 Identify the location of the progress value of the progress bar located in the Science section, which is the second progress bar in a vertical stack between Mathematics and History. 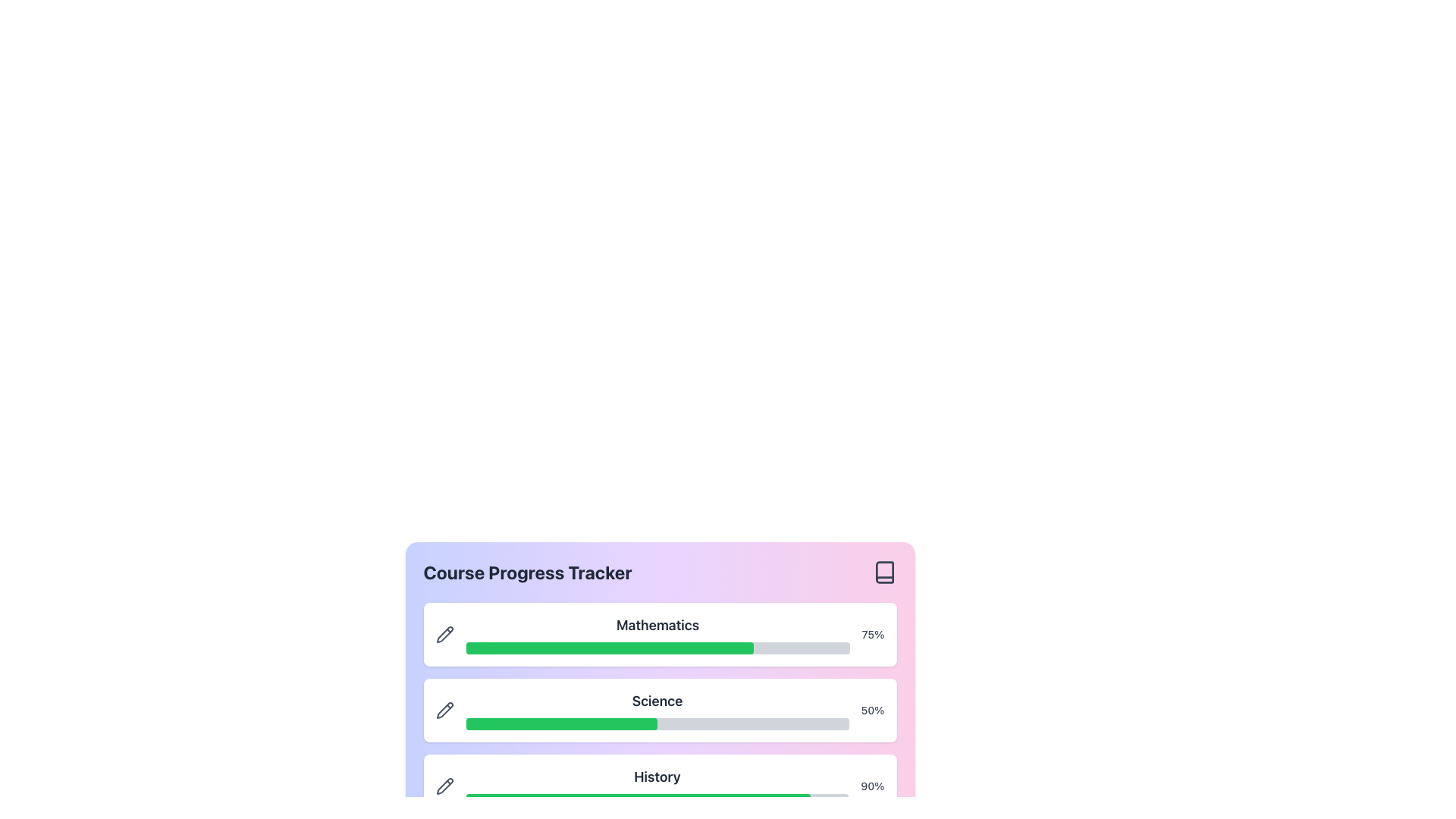
(657, 723).